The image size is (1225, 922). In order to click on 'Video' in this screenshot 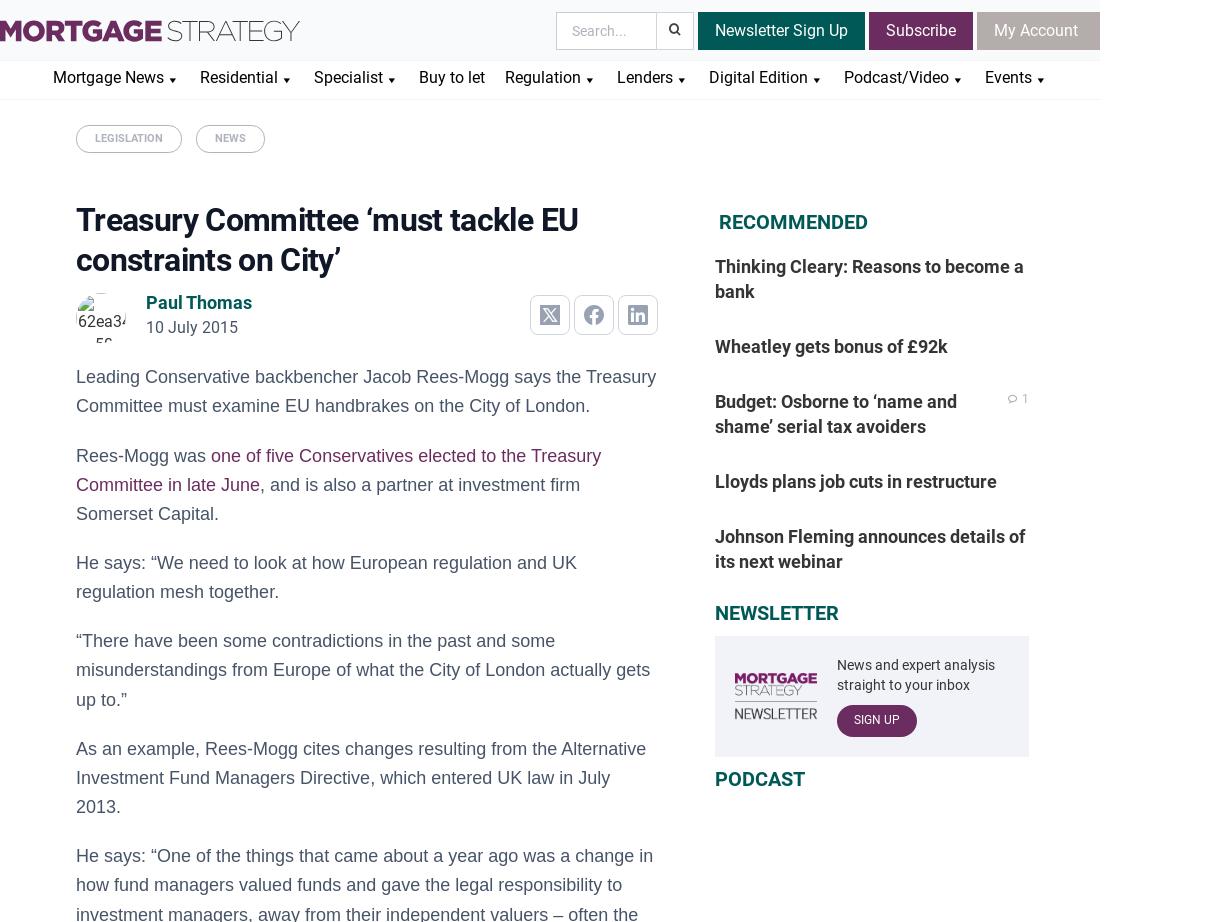, I will do `click(842, 156)`.